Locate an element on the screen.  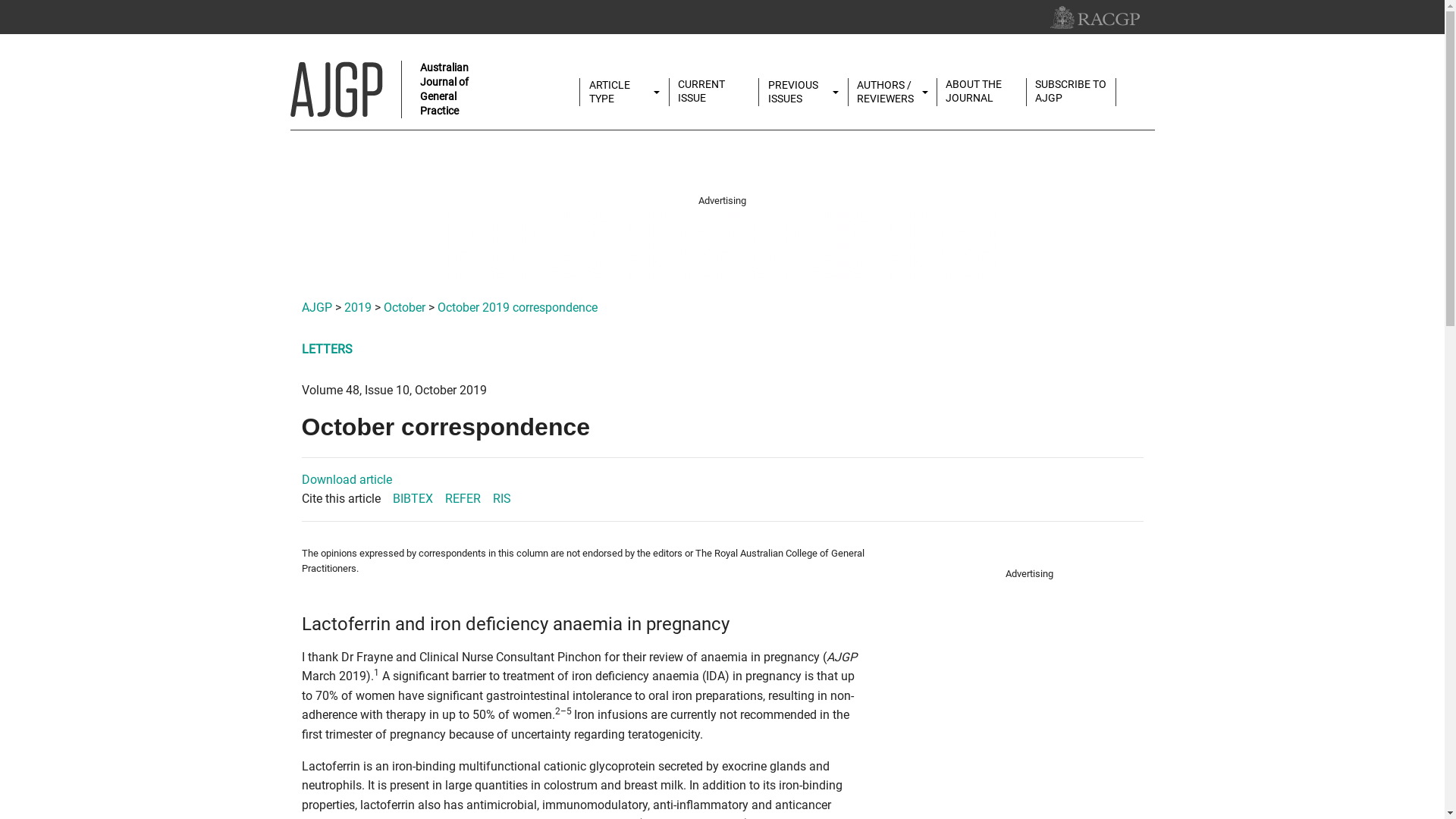
'ARTICLE TYPE' is located at coordinates (624, 92).